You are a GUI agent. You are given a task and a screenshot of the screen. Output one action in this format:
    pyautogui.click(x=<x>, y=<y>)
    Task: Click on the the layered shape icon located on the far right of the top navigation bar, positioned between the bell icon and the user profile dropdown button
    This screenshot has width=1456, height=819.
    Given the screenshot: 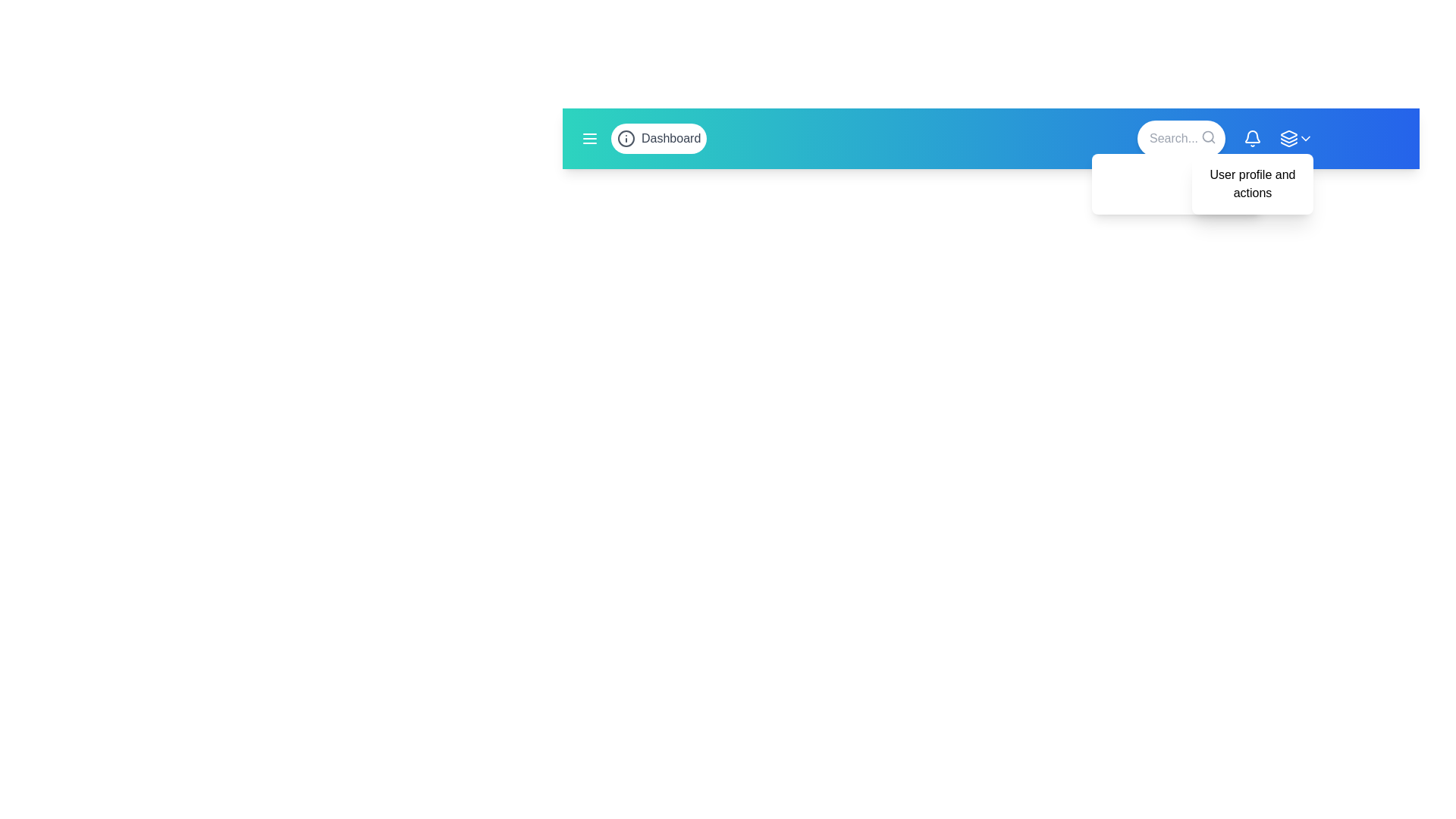 What is the action you would take?
    pyautogui.click(x=1288, y=133)
    